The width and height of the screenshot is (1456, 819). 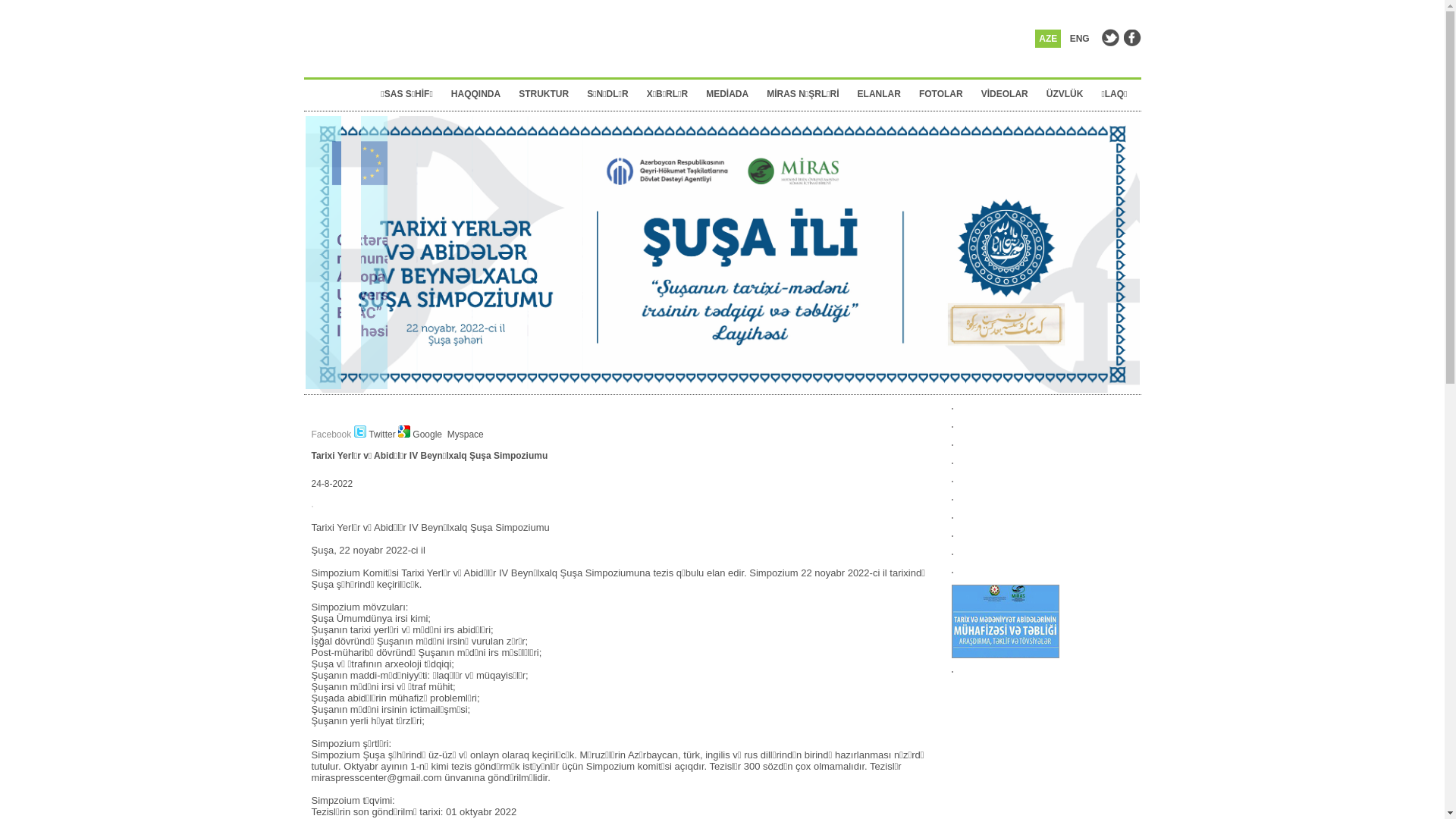 I want to click on 'HAQQINDA', so click(x=450, y=93).